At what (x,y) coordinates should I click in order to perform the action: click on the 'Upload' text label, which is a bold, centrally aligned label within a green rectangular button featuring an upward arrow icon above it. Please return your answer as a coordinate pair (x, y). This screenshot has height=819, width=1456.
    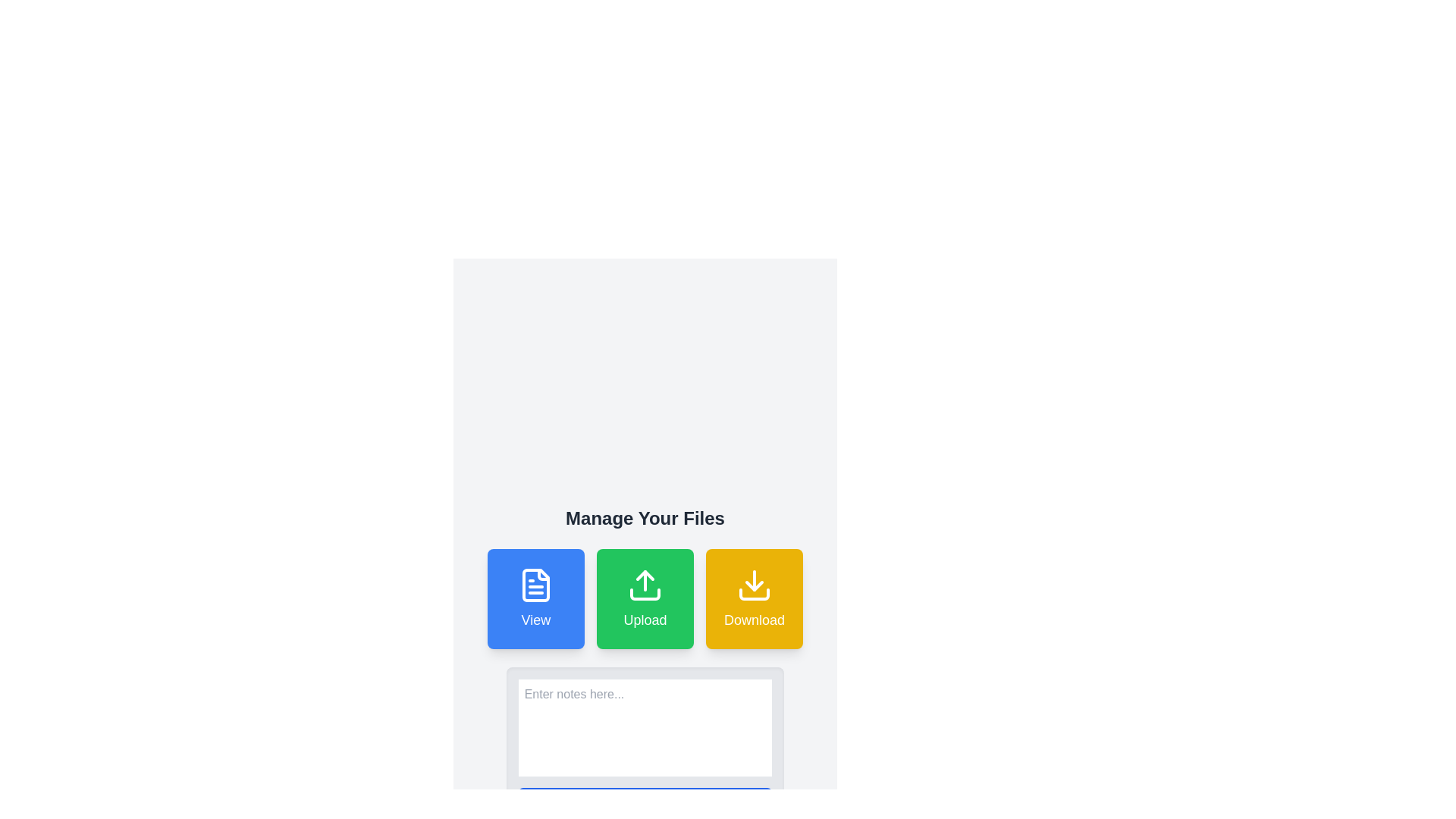
    Looking at the image, I should click on (645, 620).